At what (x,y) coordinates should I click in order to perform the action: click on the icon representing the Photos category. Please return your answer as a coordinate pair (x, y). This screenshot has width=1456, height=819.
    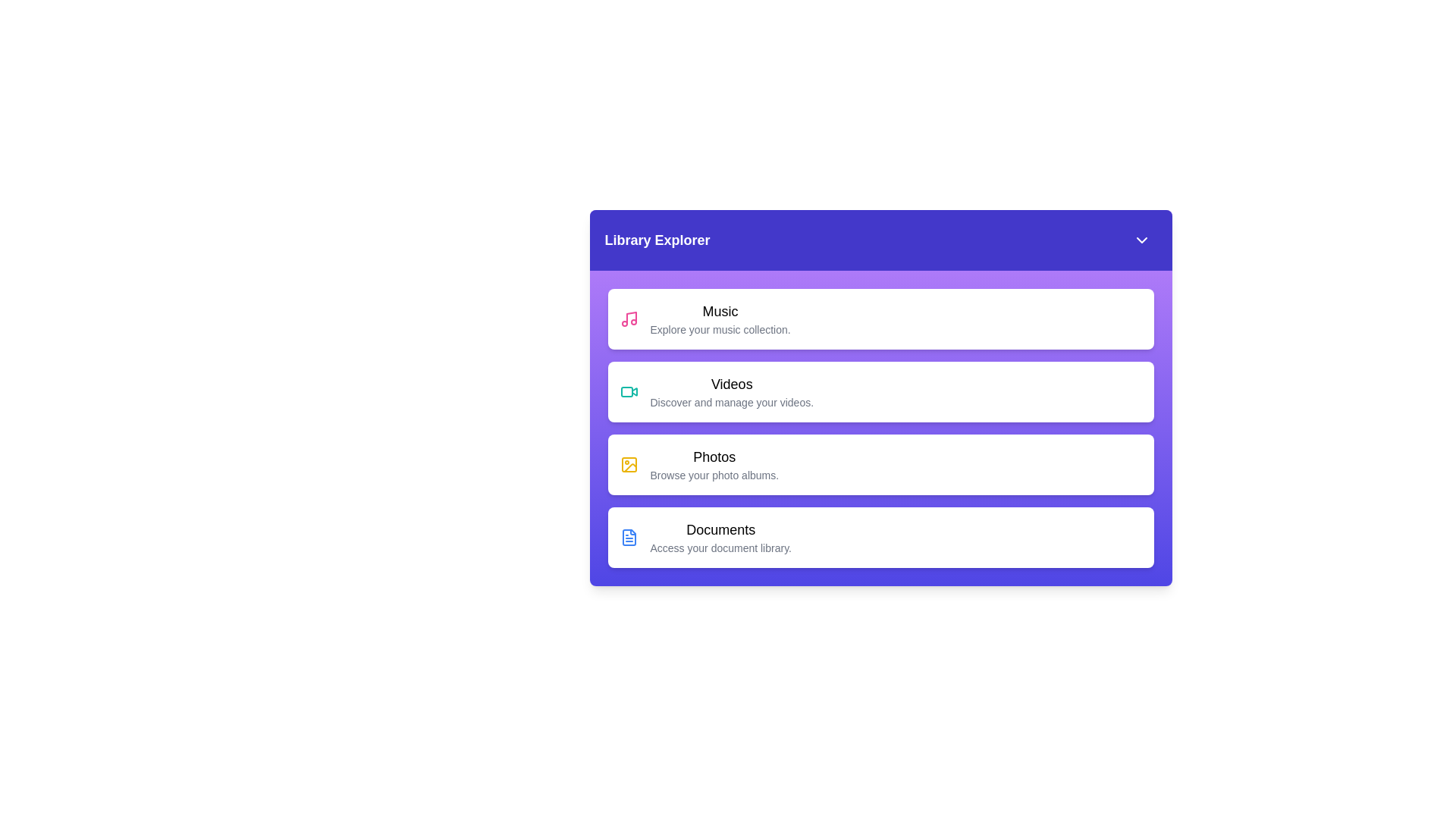
    Looking at the image, I should click on (629, 464).